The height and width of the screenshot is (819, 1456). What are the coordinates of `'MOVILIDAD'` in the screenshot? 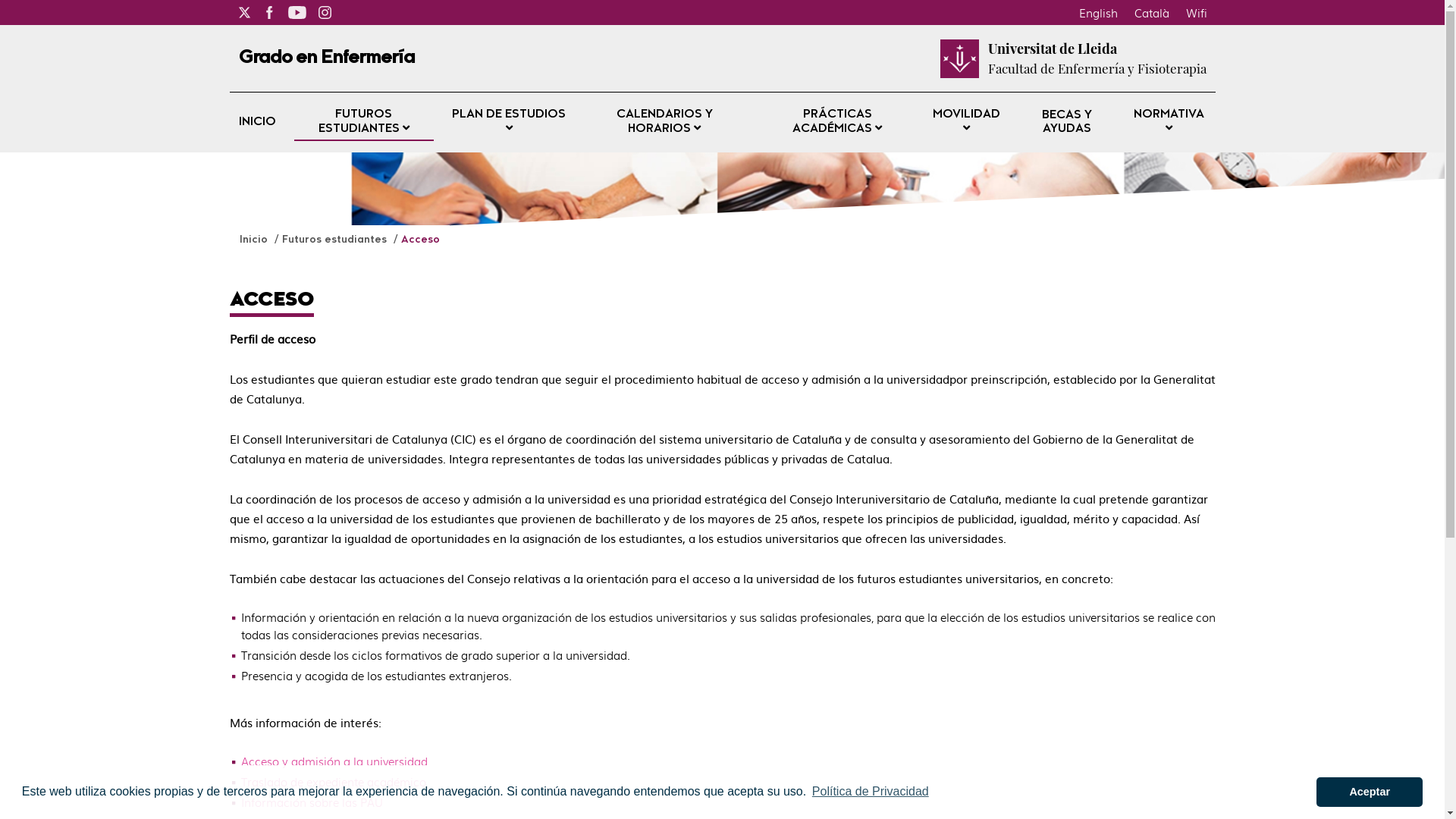 It's located at (965, 121).